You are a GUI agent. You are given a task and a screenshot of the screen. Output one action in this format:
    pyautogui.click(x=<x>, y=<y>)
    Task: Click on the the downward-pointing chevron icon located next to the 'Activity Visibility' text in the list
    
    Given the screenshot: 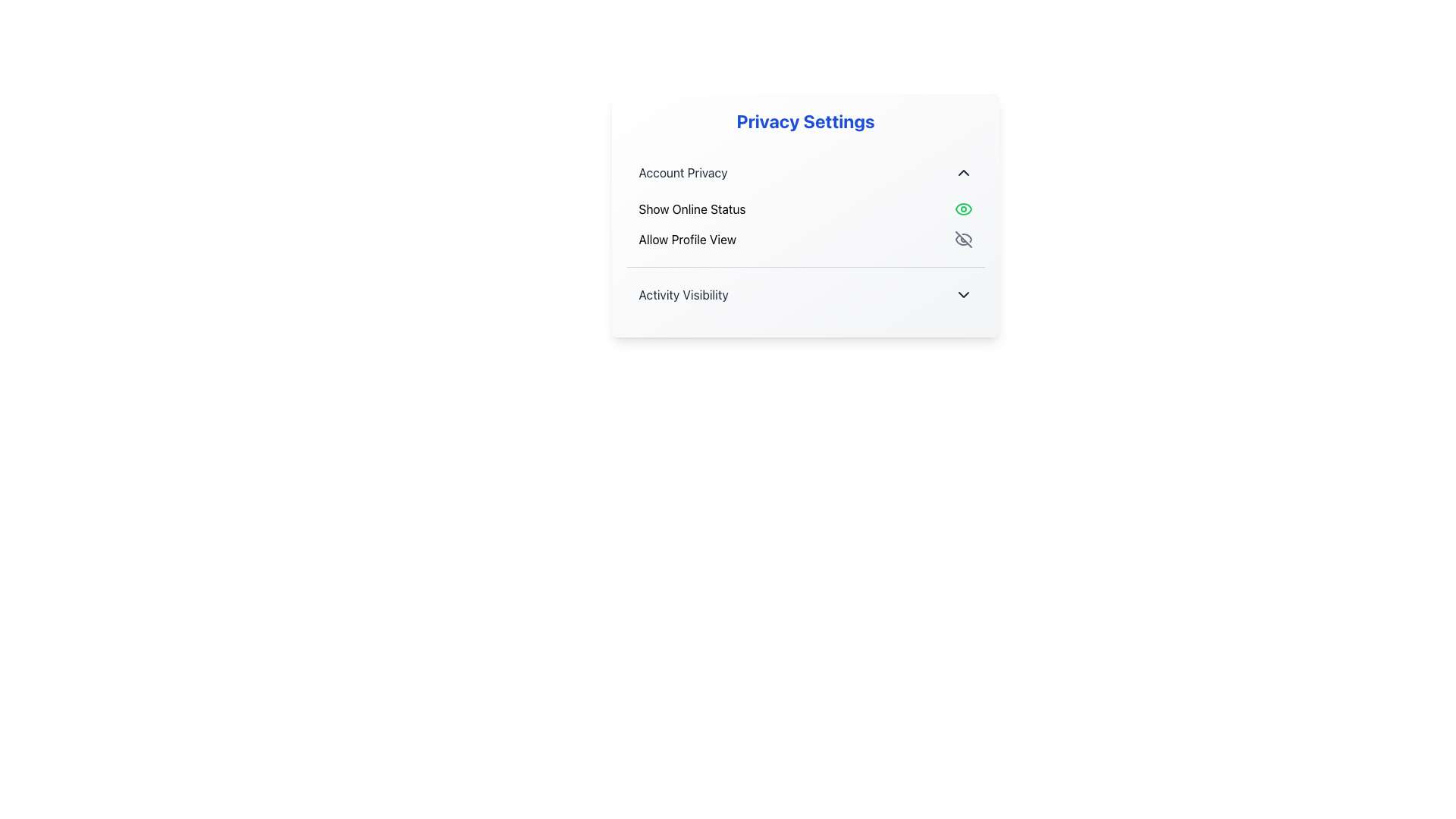 What is the action you would take?
    pyautogui.click(x=962, y=295)
    